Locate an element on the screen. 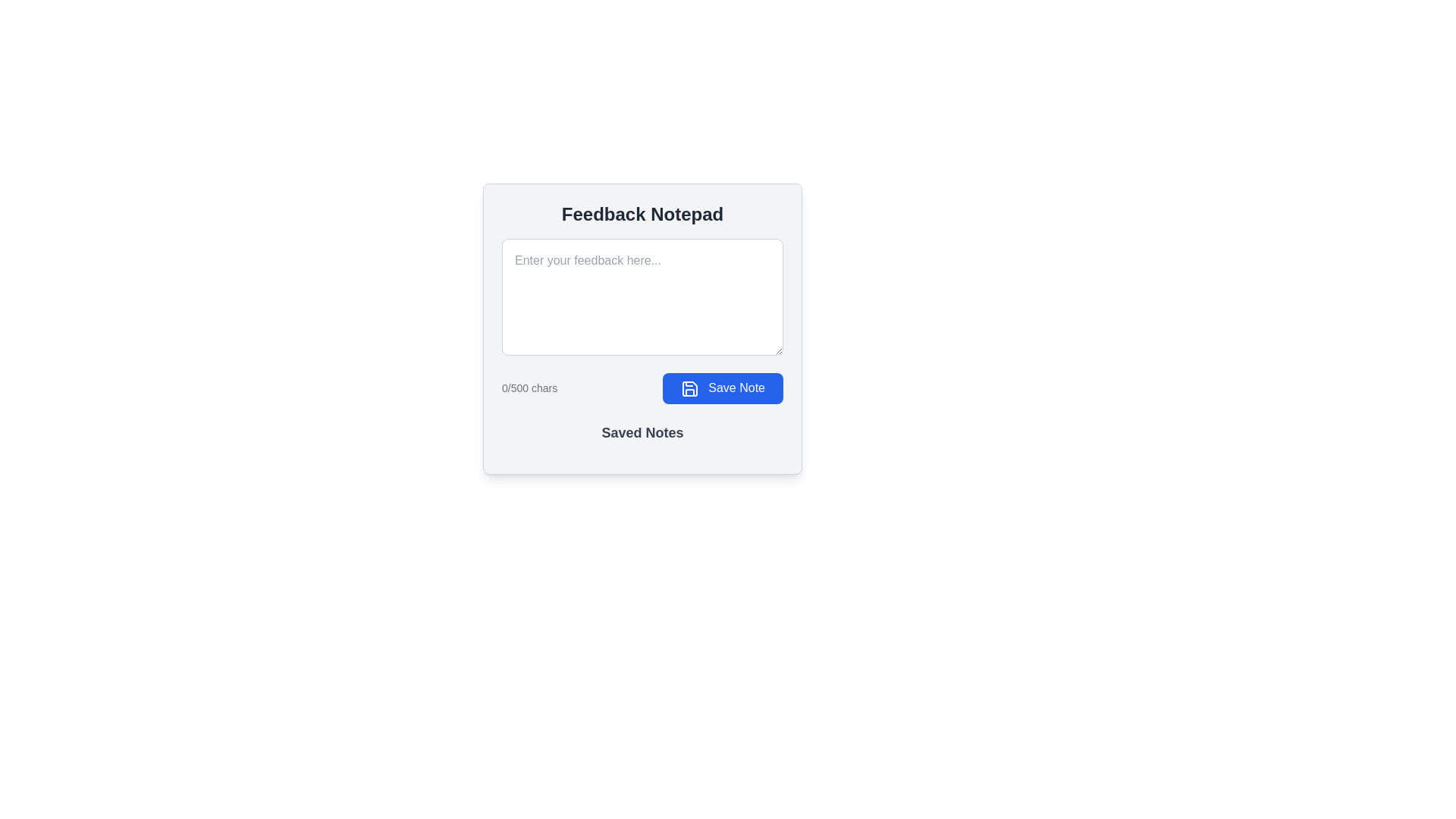 This screenshot has height=819, width=1456. the floppy disk icon on the left side of the 'Save Note' button is located at coordinates (689, 388).